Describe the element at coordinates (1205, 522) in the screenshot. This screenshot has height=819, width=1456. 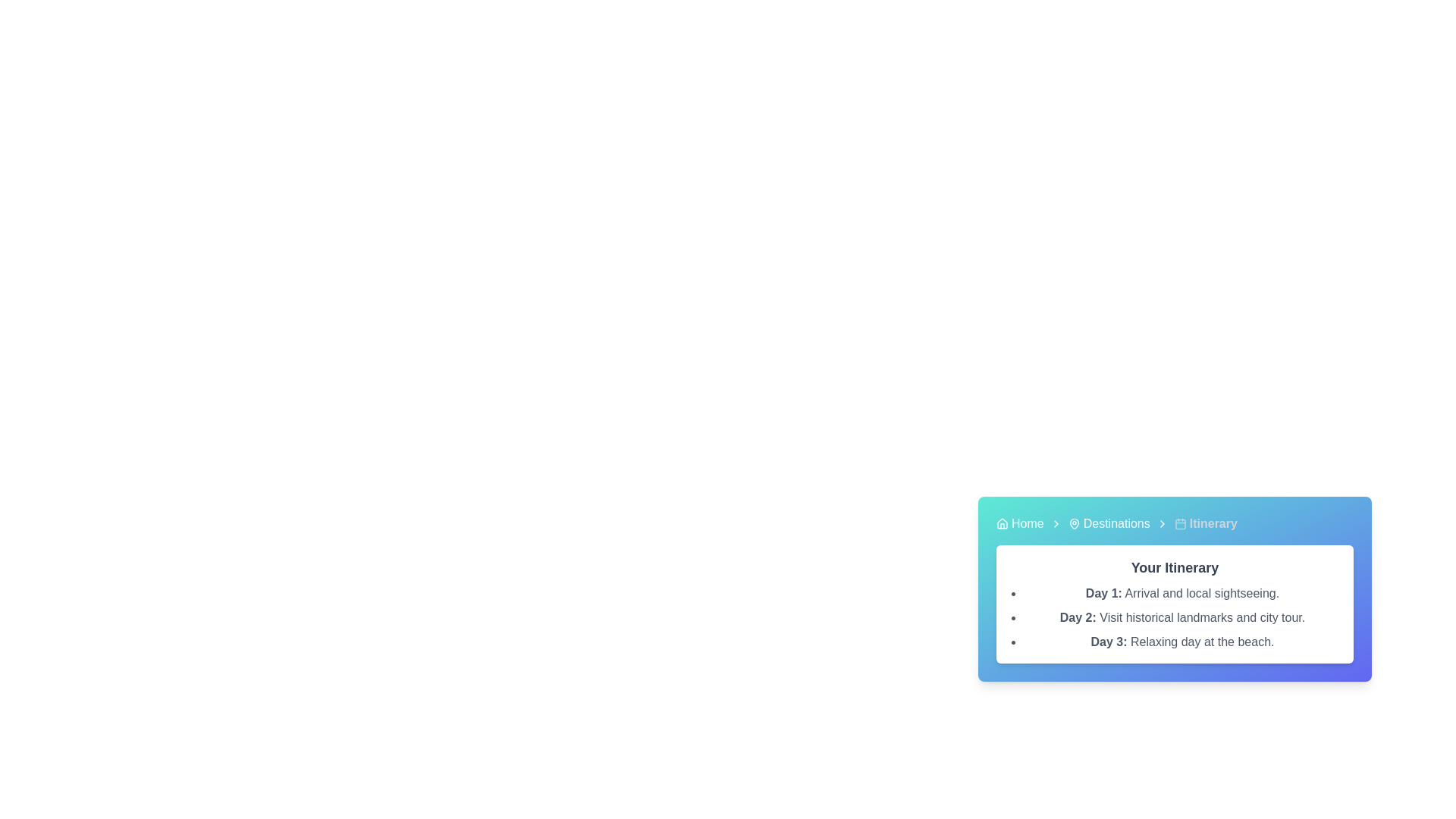
I see `the 'Itinerary' text label in the breadcrumb navigation bar` at that location.